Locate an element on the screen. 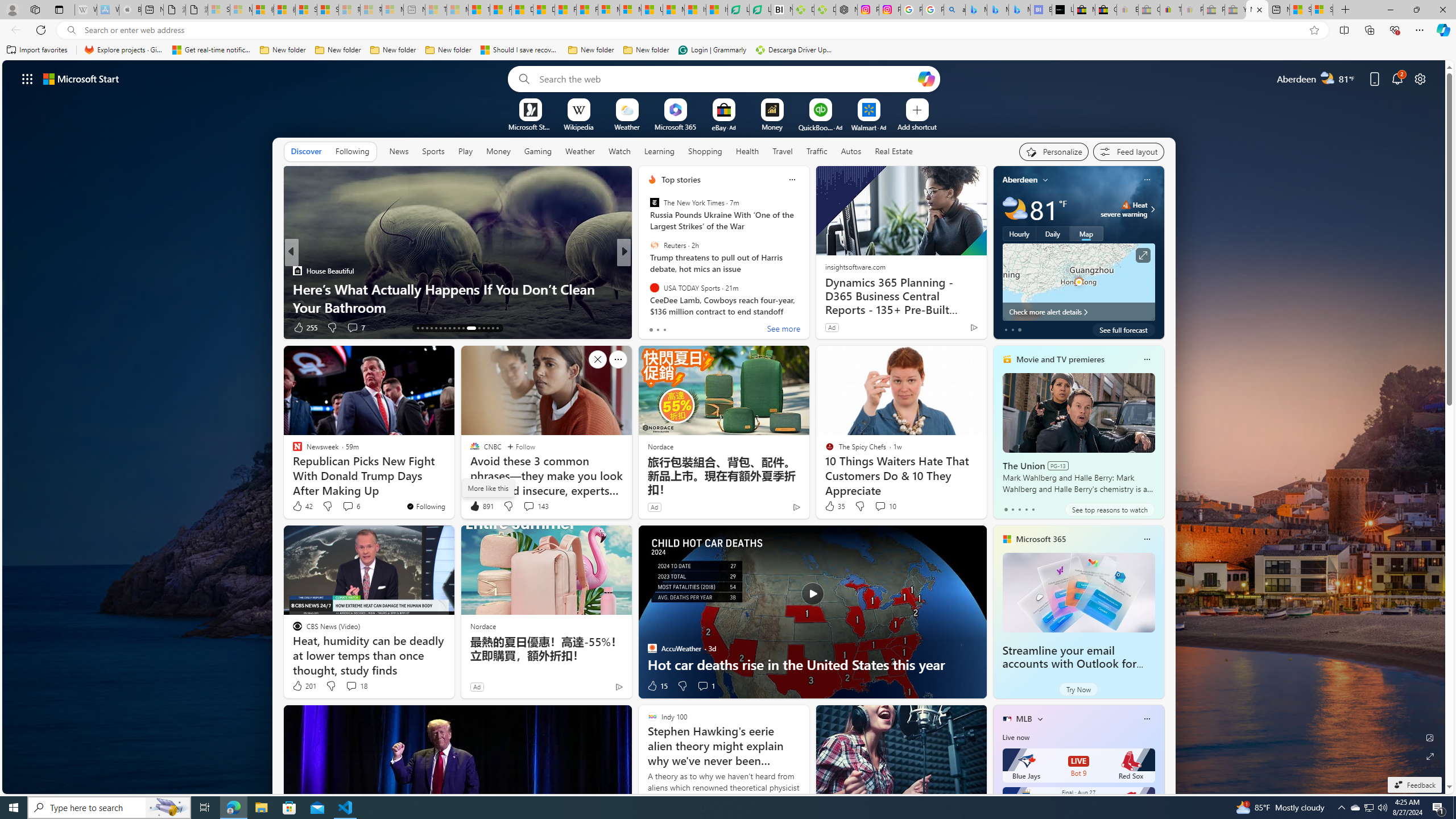  'USA TODAY Sports' is located at coordinates (653, 287).